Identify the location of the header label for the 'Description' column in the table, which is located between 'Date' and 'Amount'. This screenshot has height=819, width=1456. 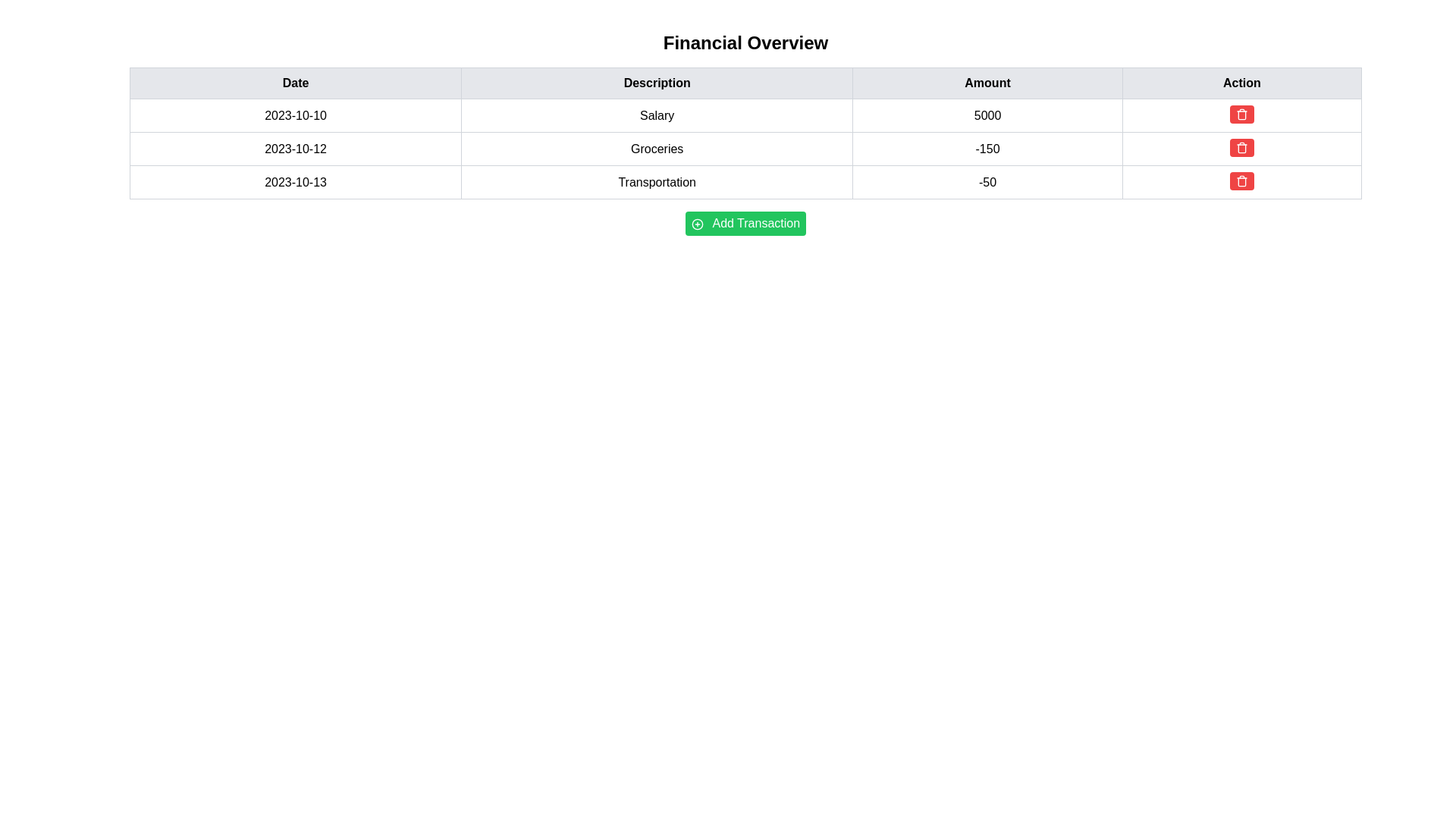
(657, 83).